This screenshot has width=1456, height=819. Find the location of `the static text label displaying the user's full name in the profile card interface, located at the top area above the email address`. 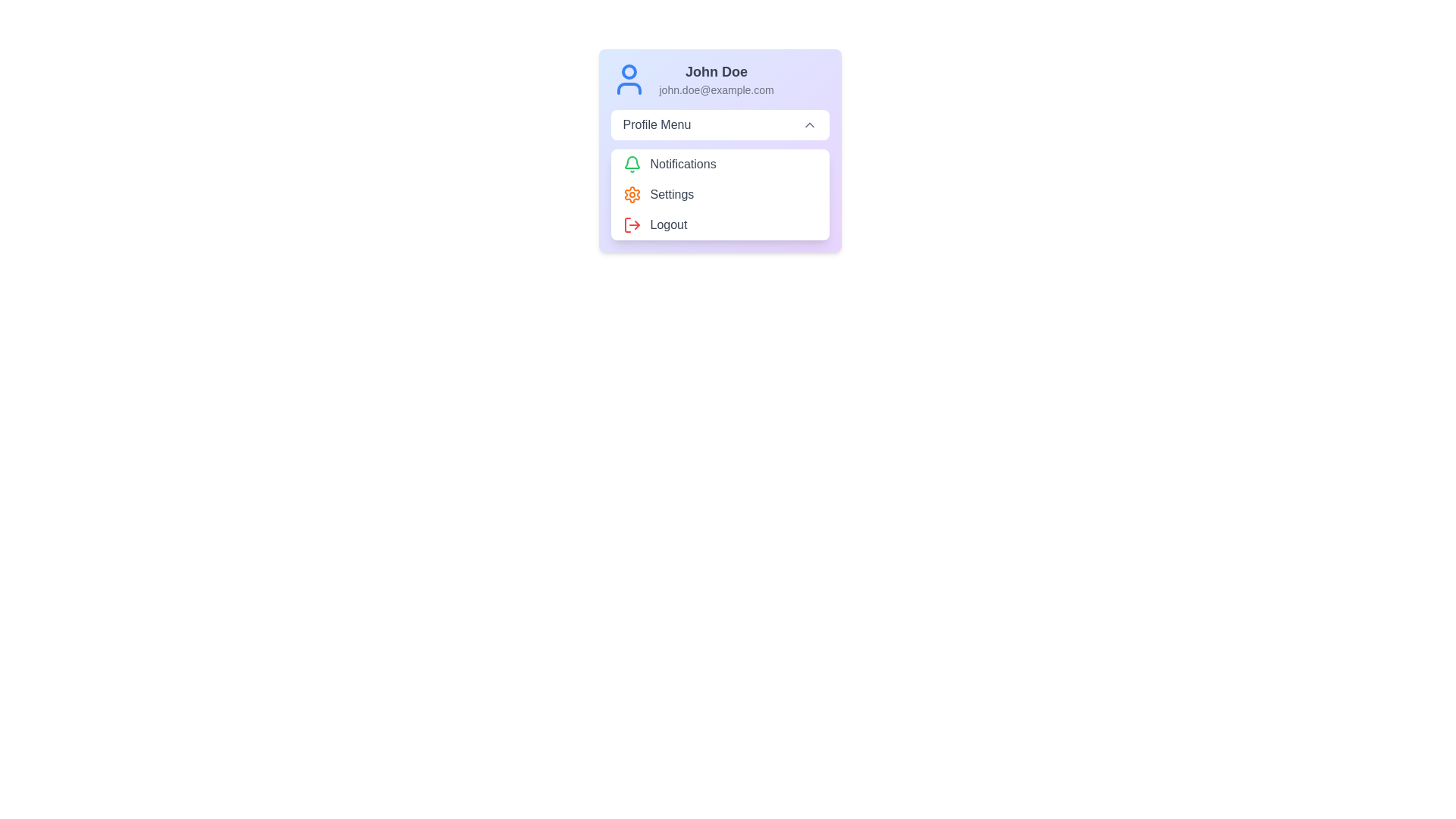

the static text label displaying the user's full name in the profile card interface, located at the top area above the email address is located at coordinates (716, 72).